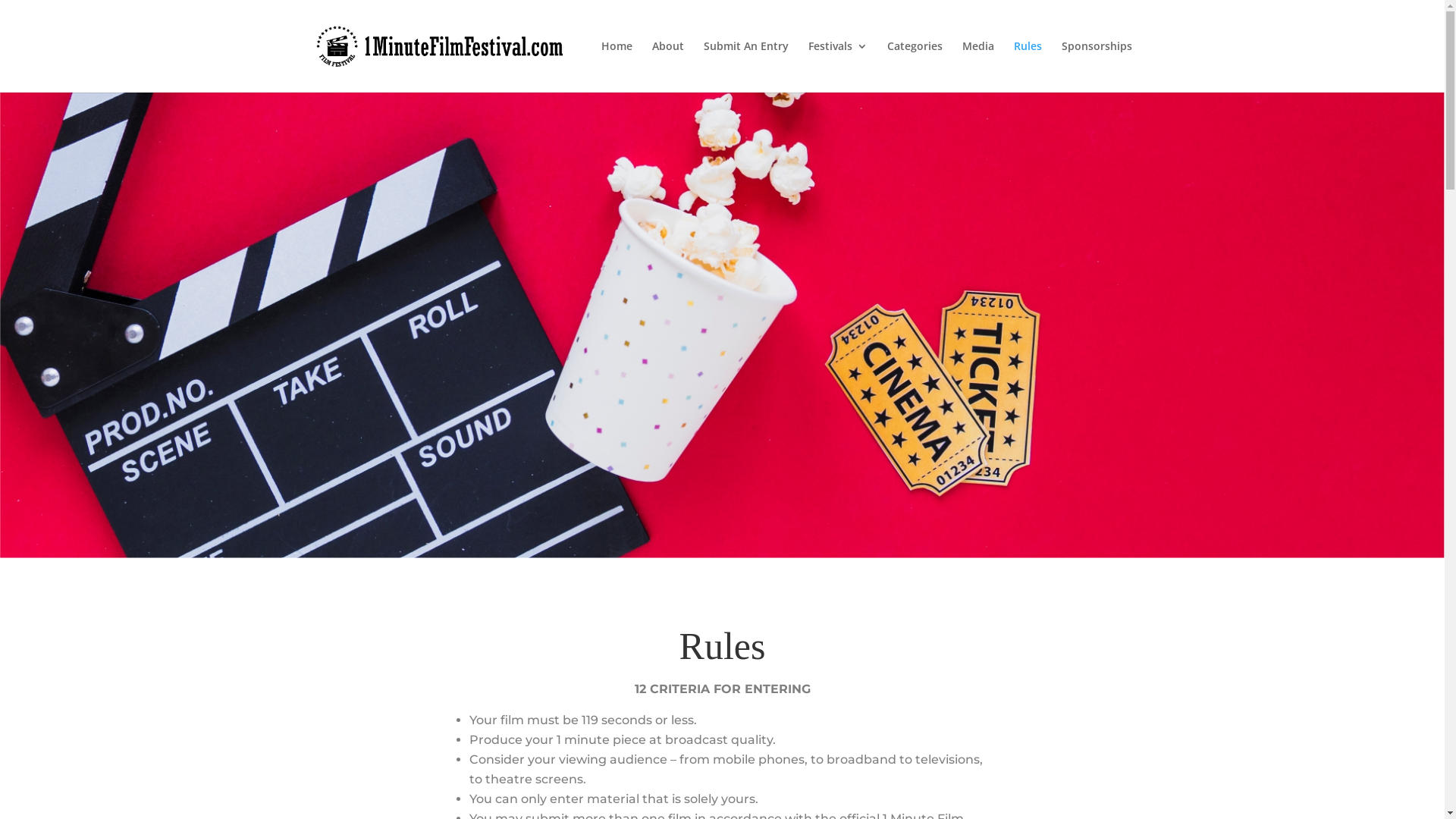 This screenshot has height=819, width=1456. Describe the element at coordinates (1097, 66) in the screenshot. I see `'Sponsorships'` at that location.